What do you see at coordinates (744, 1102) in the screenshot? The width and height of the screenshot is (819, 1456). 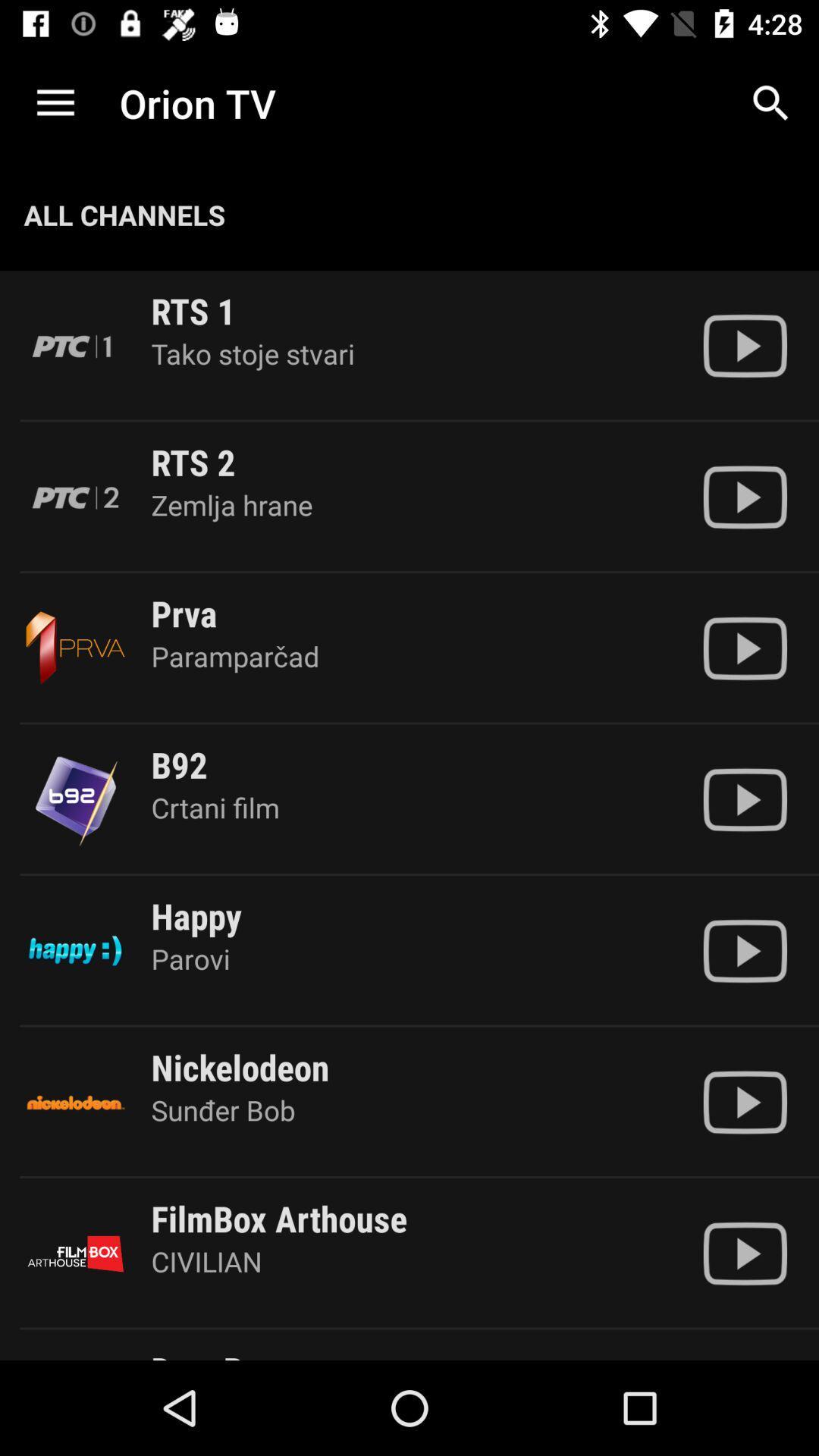 I see `play` at bounding box center [744, 1102].